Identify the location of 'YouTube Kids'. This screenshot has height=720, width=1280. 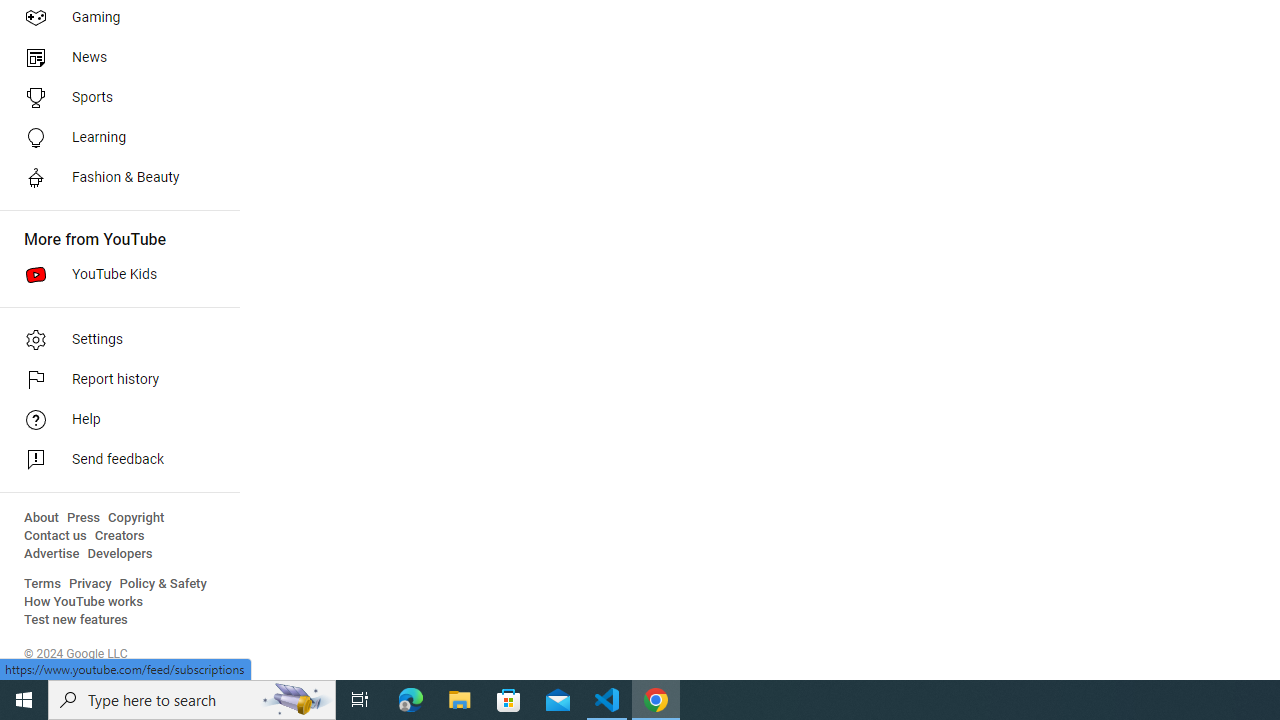
(112, 275).